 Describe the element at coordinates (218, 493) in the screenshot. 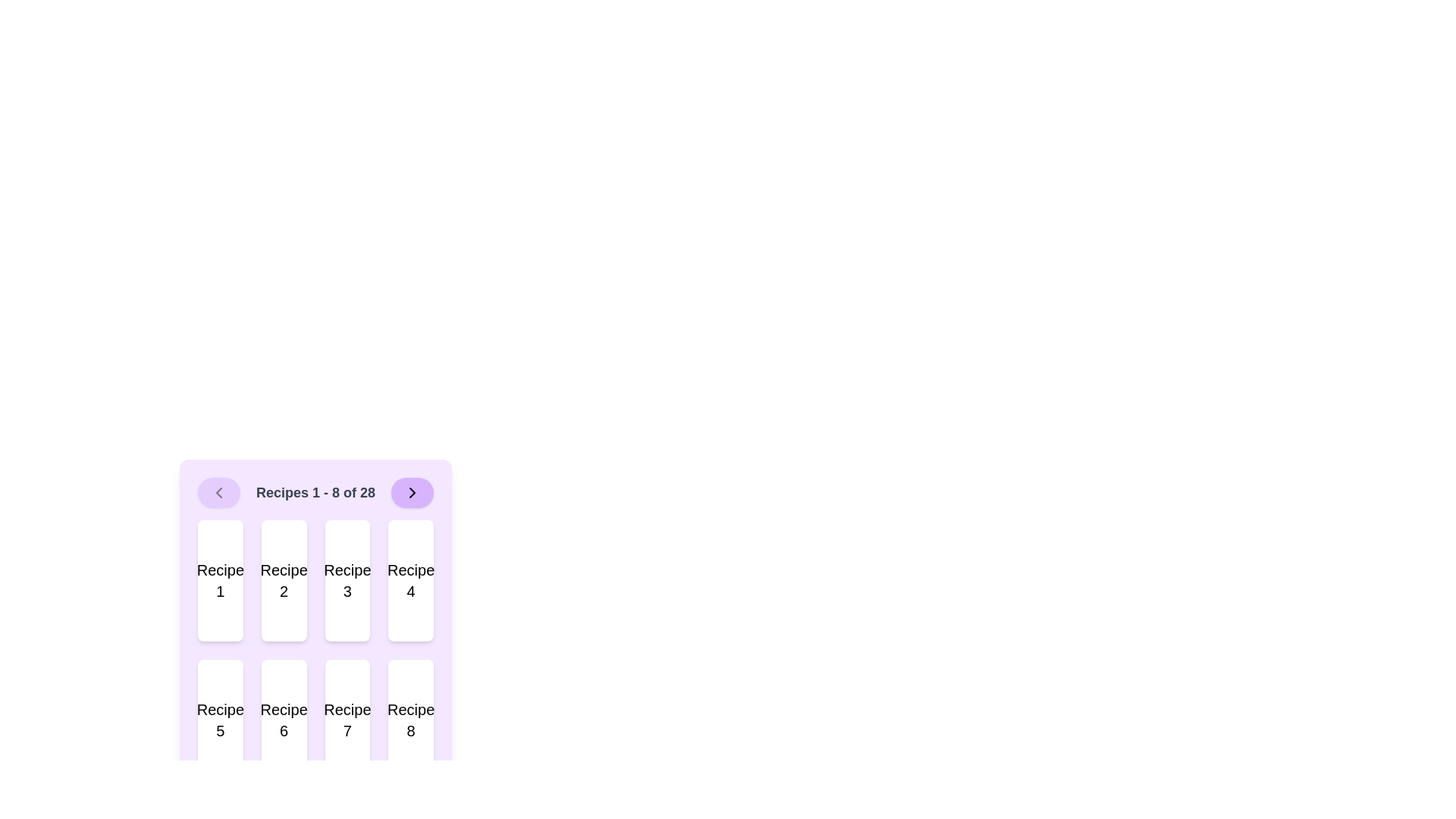

I see `the leftmost button in the navigation control bar` at that location.